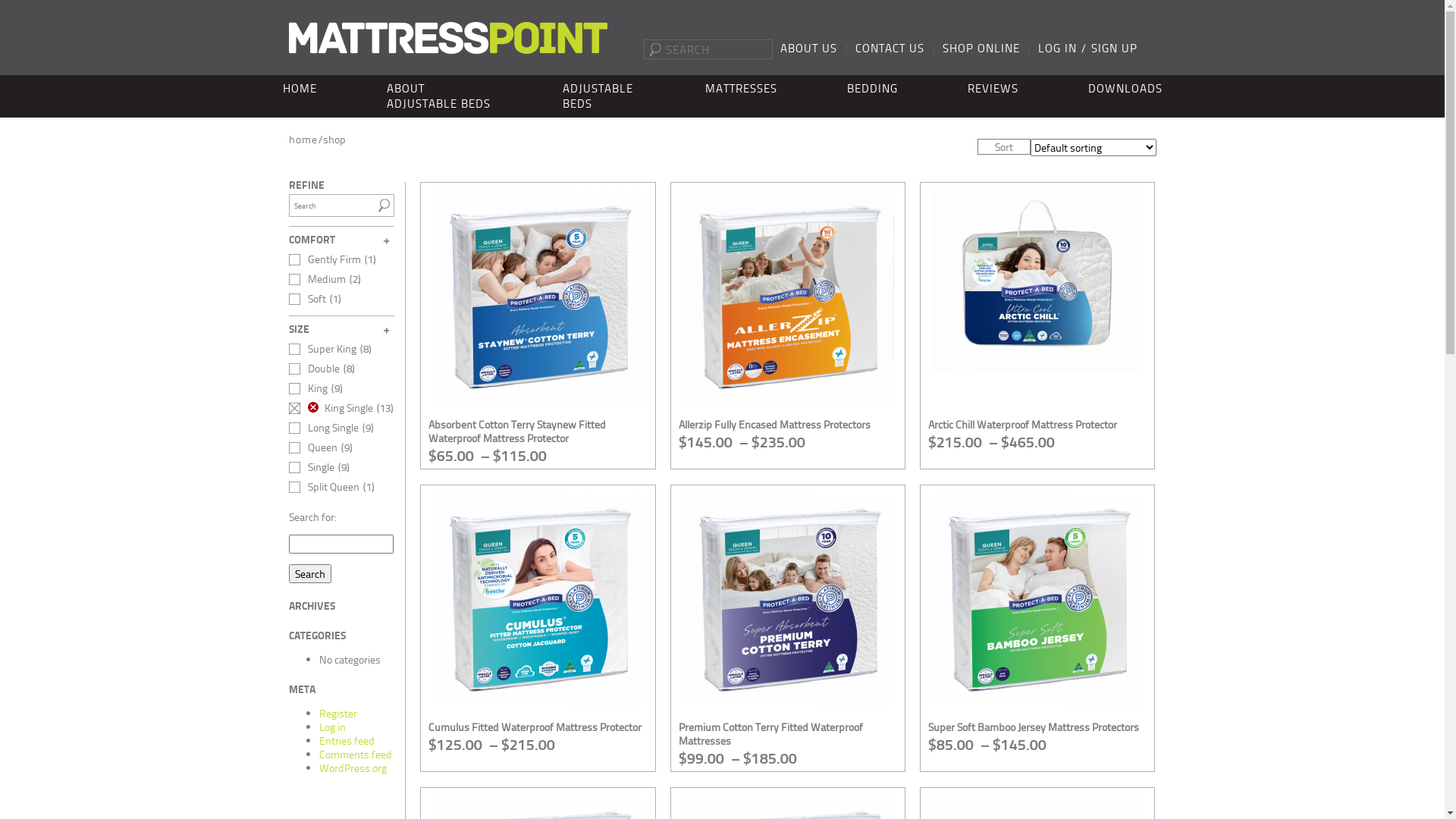 This screenshot has width=1456, height=819. What do you see at coordinates (330, 406) in the screenshot?
I see `'King Single'` at bounding box center [330, 406].